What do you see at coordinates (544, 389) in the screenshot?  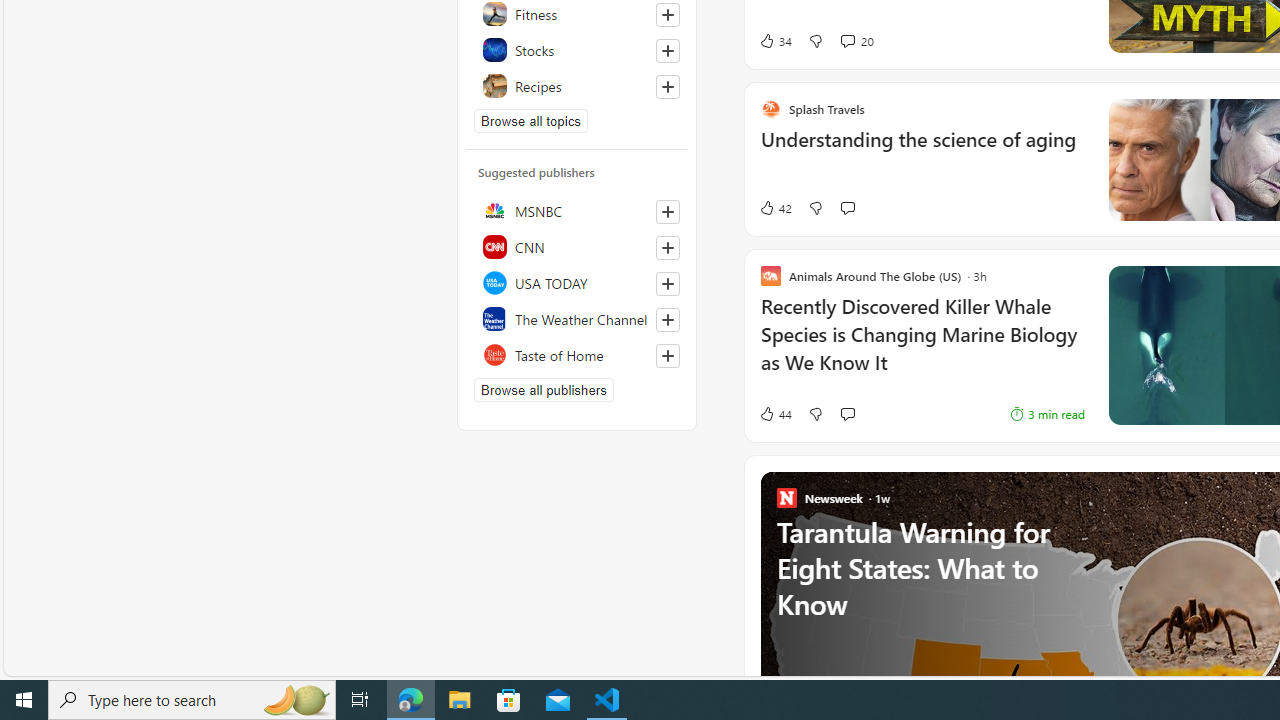 I see `'Browse all publishers'` at bounding box center [544, 389].